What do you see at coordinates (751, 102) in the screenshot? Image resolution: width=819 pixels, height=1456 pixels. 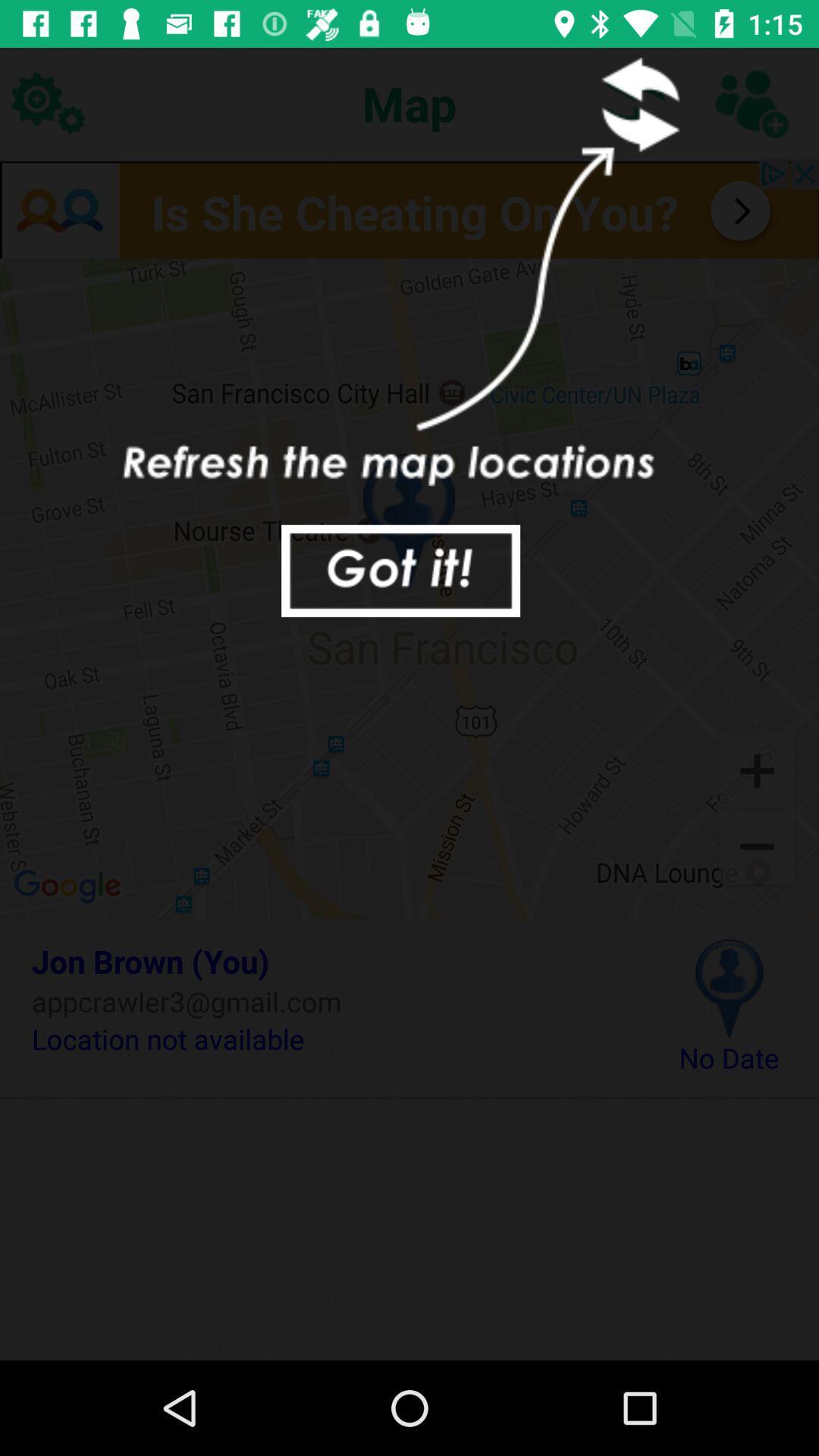 I see `user information` at bounding box center [751, 102].